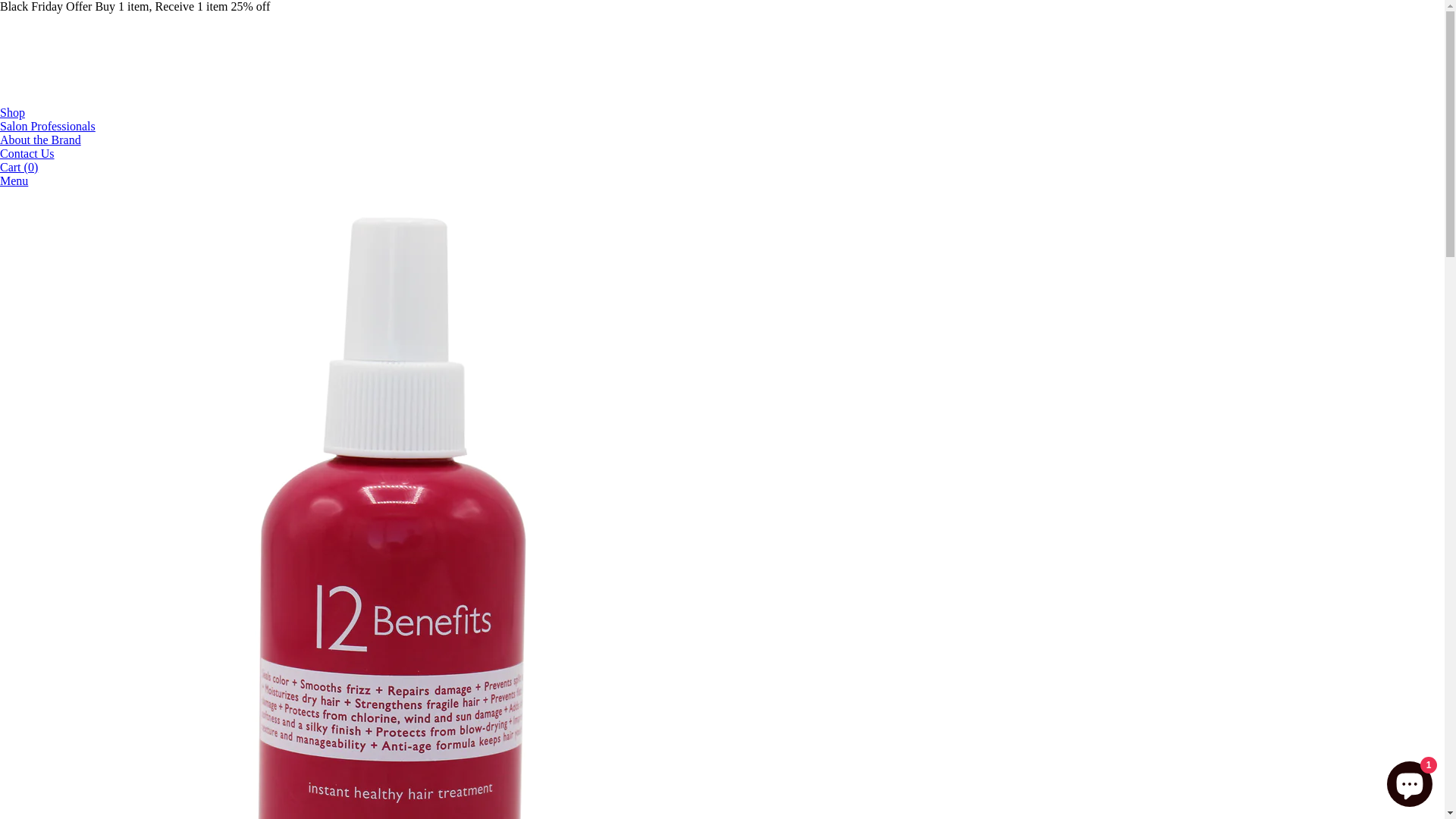  Describe the element at coordinates (1408, 780) in the screenshot. I see `'Shopify online store chat'` at that location.